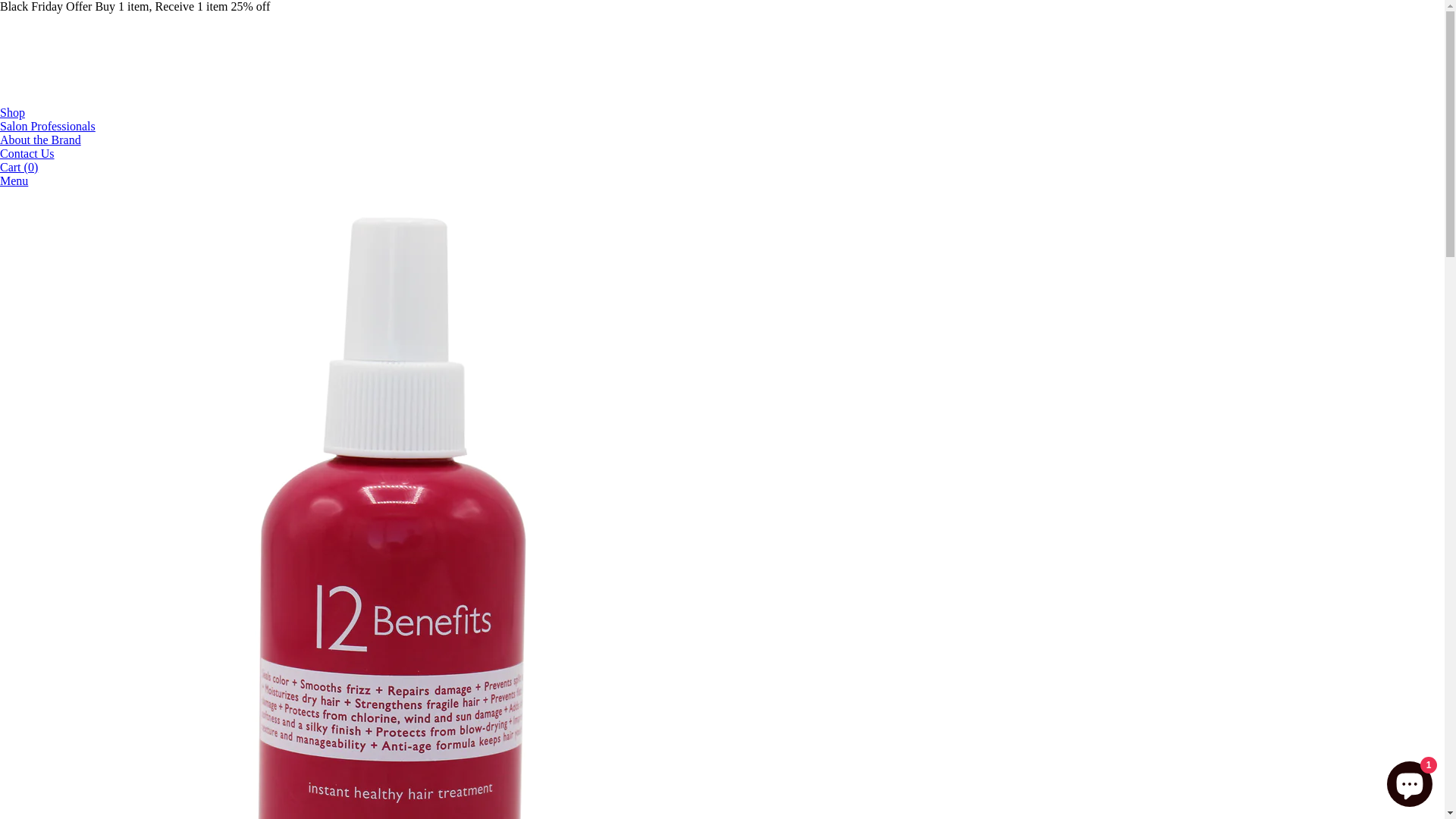  Describe the element at coordinates (1408, 780) in the screenshot. I see `'Shopify online store chat'` at that location.